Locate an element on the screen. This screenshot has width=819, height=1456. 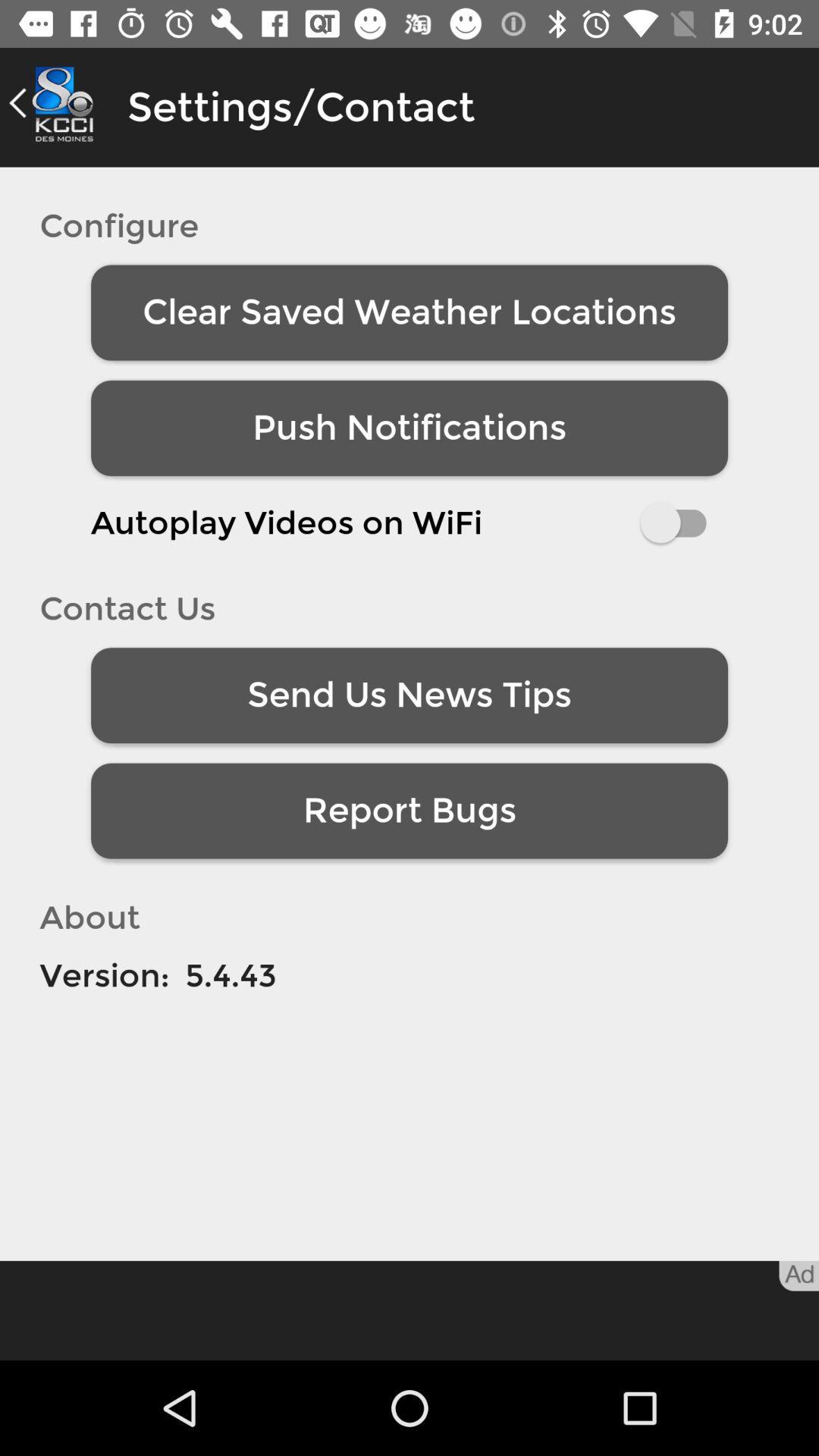
the item below about icon is located at coordinates (104, 975).